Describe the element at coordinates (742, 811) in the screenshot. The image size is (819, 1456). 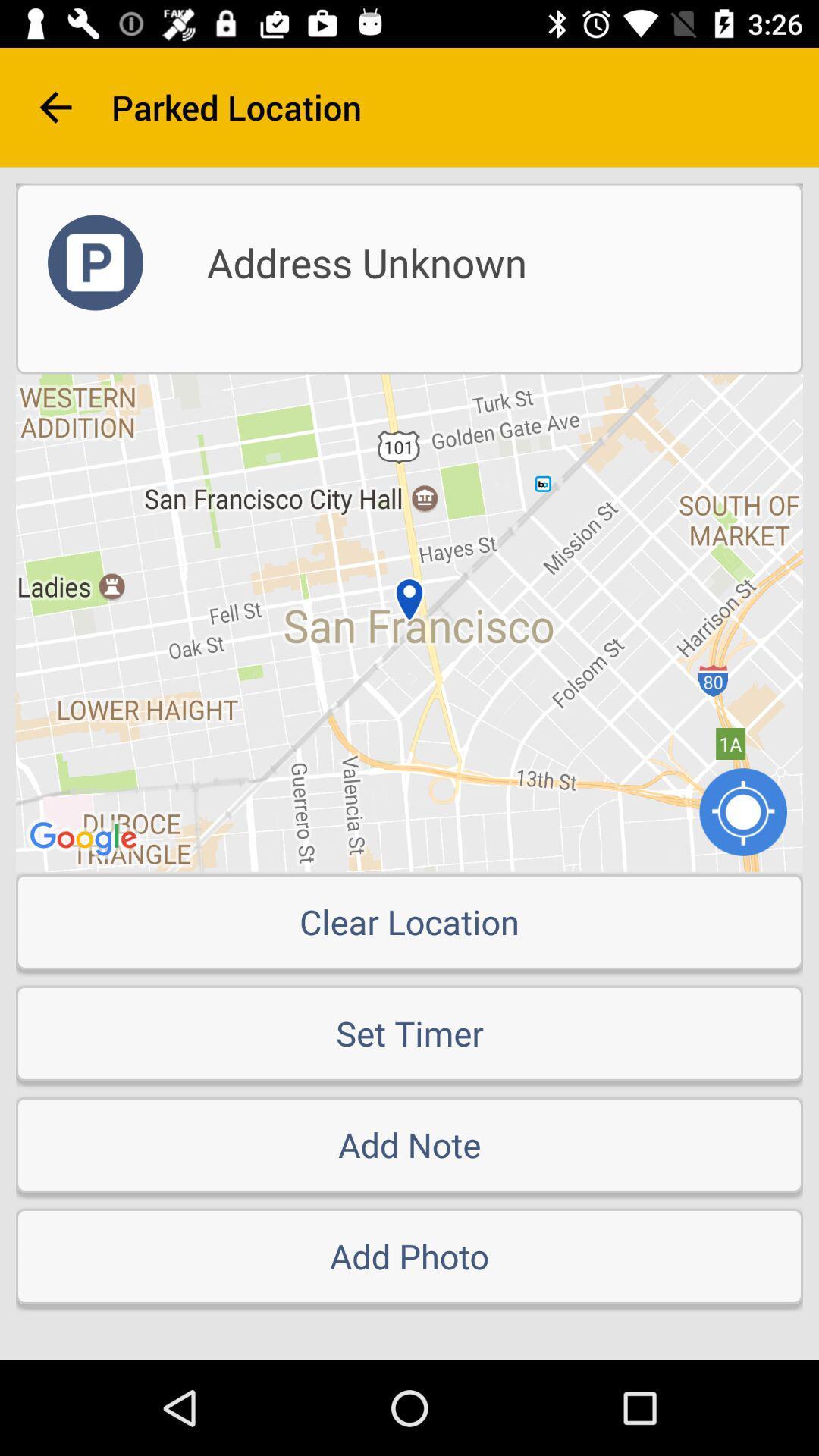
I see `the location_crosshair icon` at that location.